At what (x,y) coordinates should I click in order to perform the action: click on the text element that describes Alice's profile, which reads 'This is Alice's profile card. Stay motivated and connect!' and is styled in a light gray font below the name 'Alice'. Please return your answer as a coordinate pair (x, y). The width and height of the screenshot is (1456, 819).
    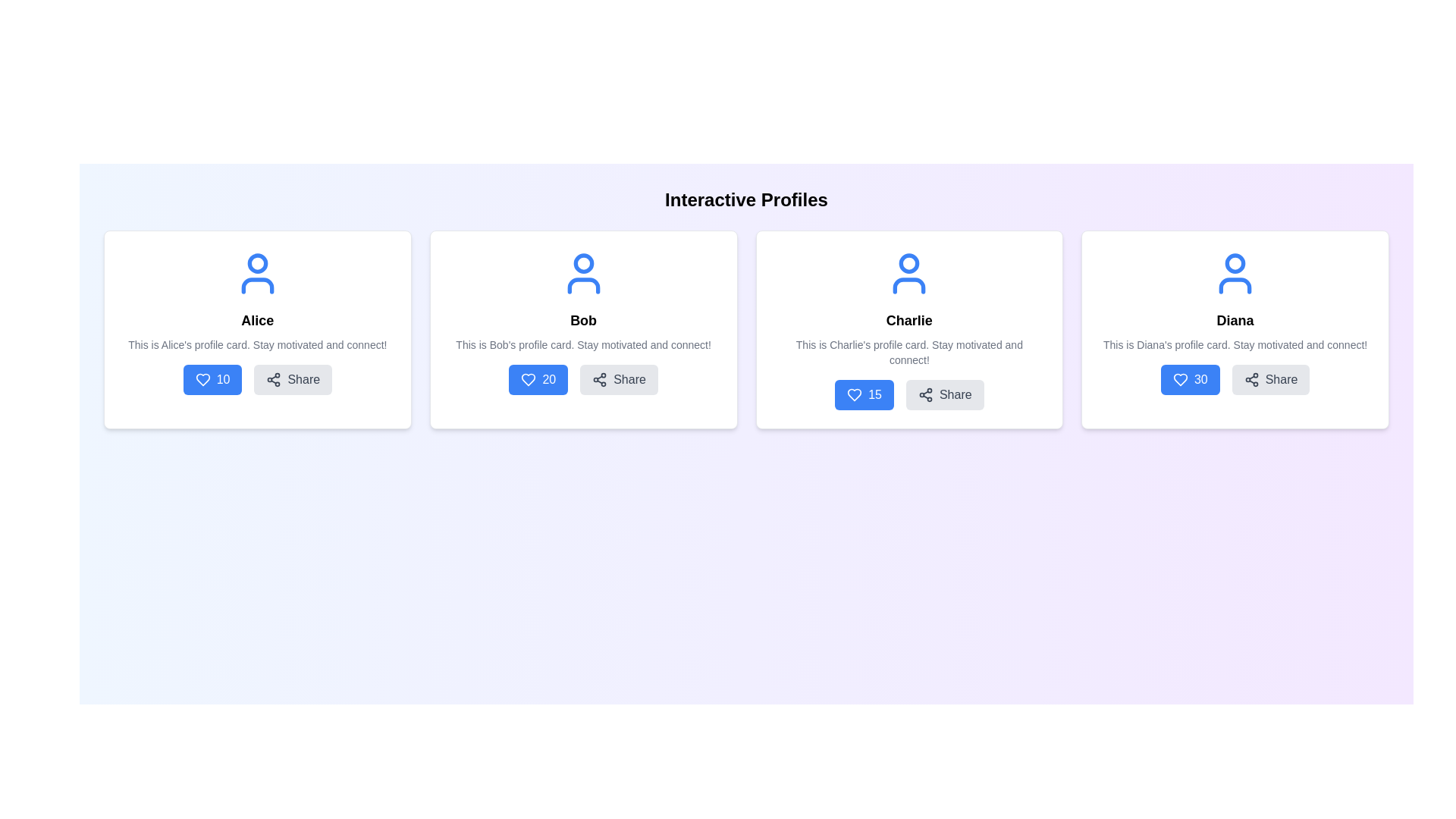
    Looking at the image, I should click on (257, 345).